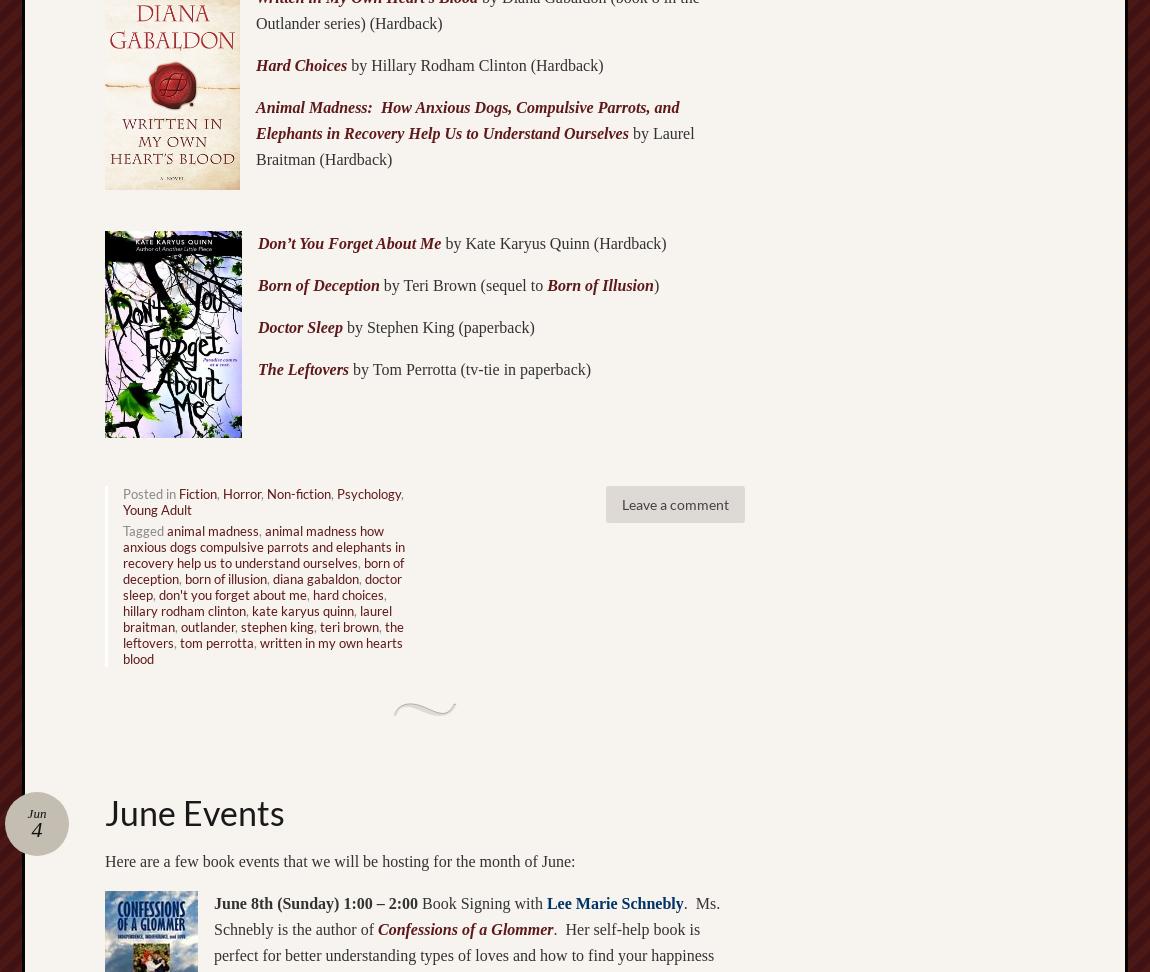 Image resolution: width=1150 pixels, height=972 pixels. I want to click on 'Psychology', so click(369, 492).